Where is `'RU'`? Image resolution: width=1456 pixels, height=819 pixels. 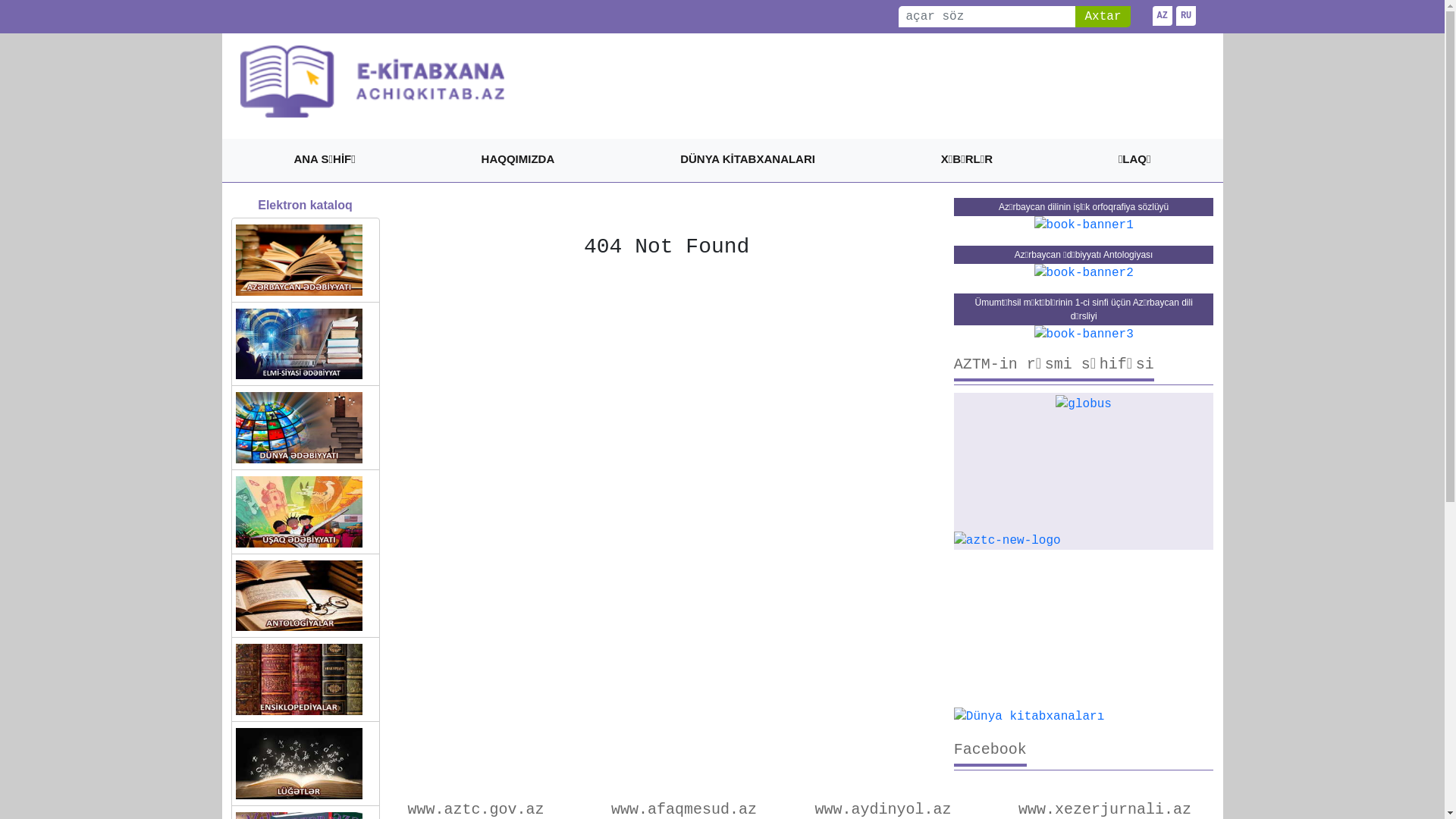 'RU' is located at coordinates (1185, 15).